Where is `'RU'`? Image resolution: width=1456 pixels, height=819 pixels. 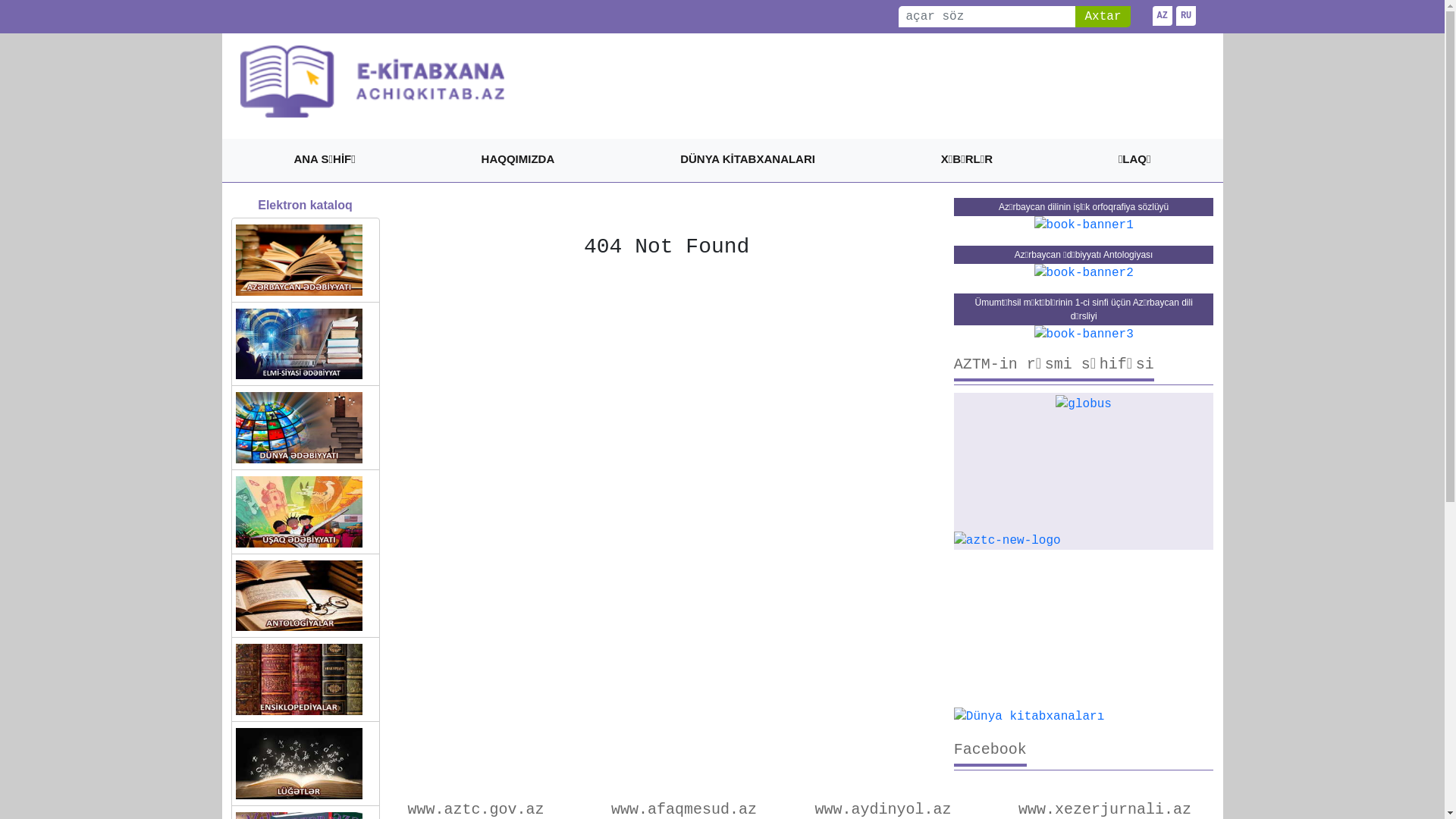 'RU' is located at coordinates (1185, 15).